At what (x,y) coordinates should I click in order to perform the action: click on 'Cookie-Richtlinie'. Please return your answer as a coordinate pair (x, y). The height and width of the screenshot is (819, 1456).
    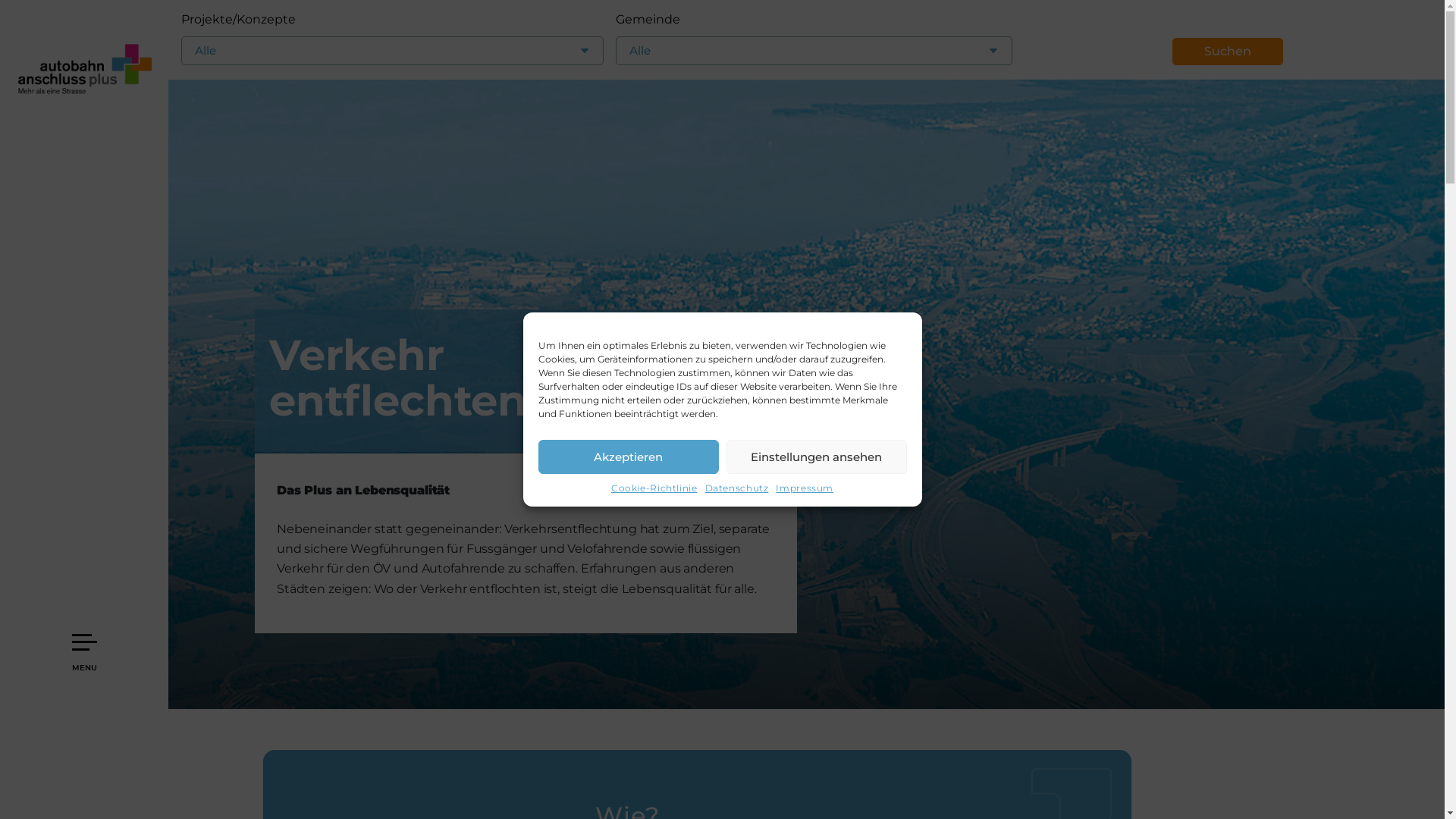
    Looking at the image, I should click on (654, 488).